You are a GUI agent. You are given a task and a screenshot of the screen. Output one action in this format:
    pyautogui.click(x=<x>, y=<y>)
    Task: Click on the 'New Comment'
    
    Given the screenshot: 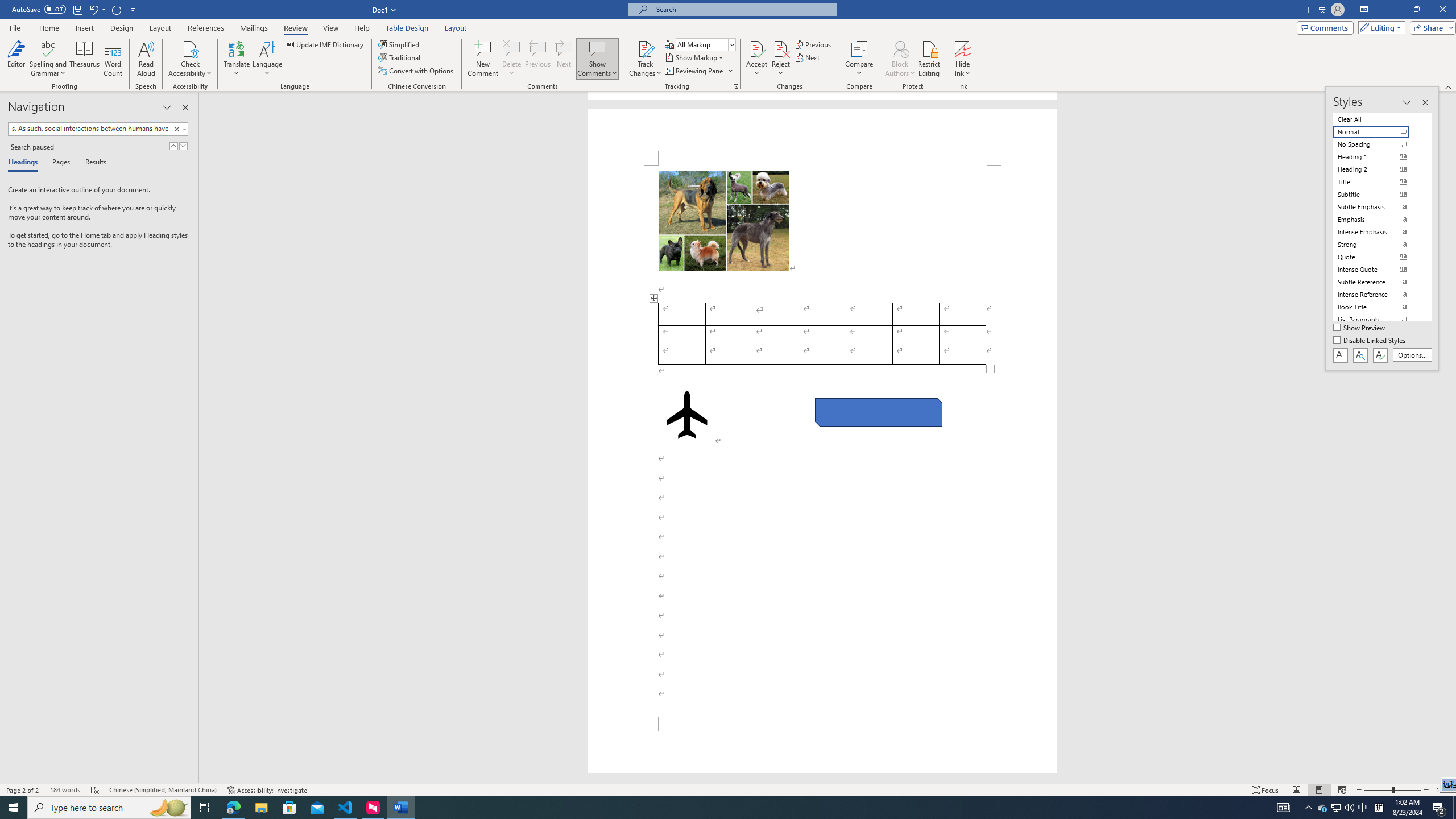 What is the action you would take?
    pyautogui.click(x=482, y=59)
    